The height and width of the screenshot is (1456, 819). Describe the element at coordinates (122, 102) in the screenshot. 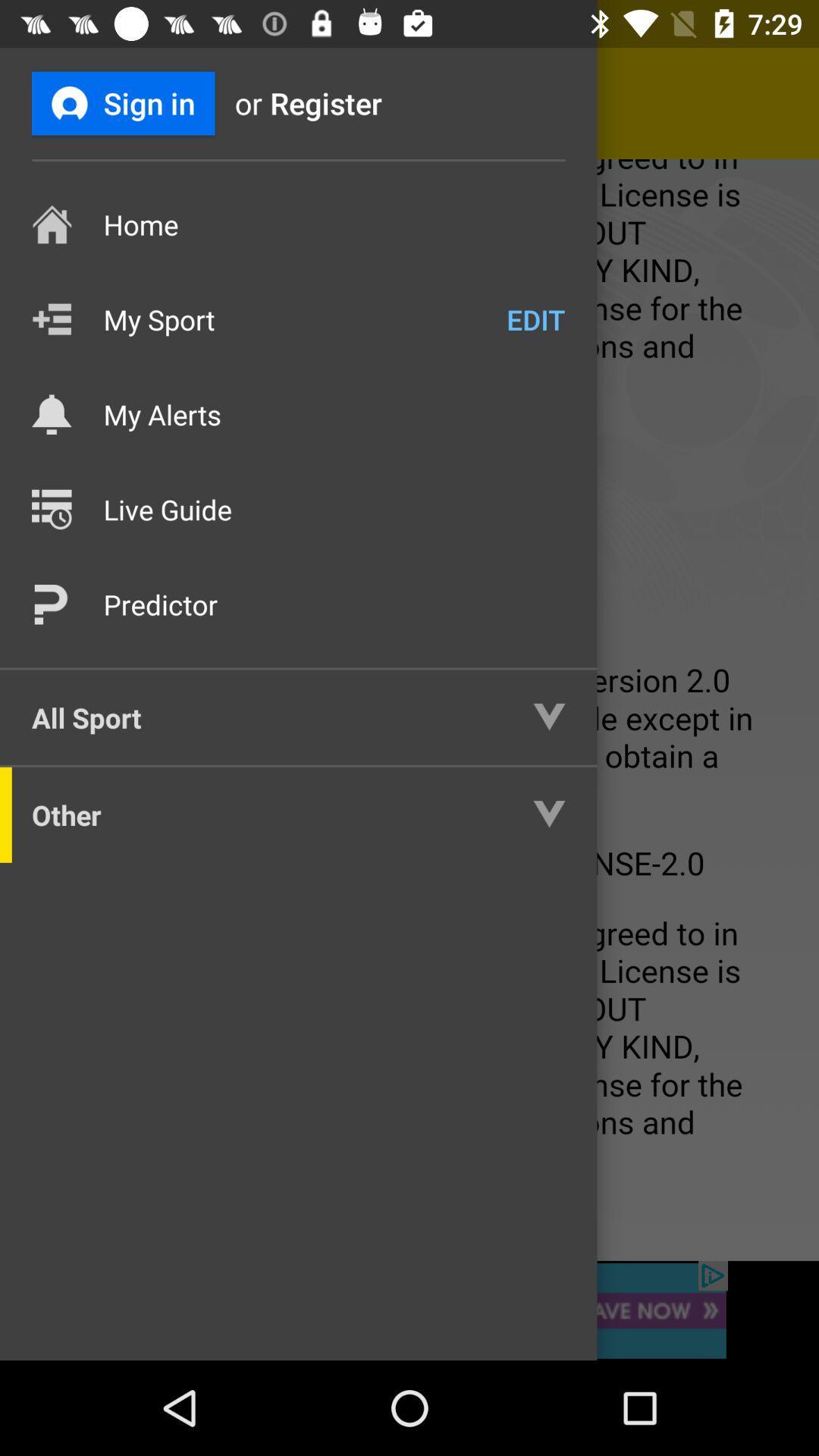

I see `the item next to or` at that location.